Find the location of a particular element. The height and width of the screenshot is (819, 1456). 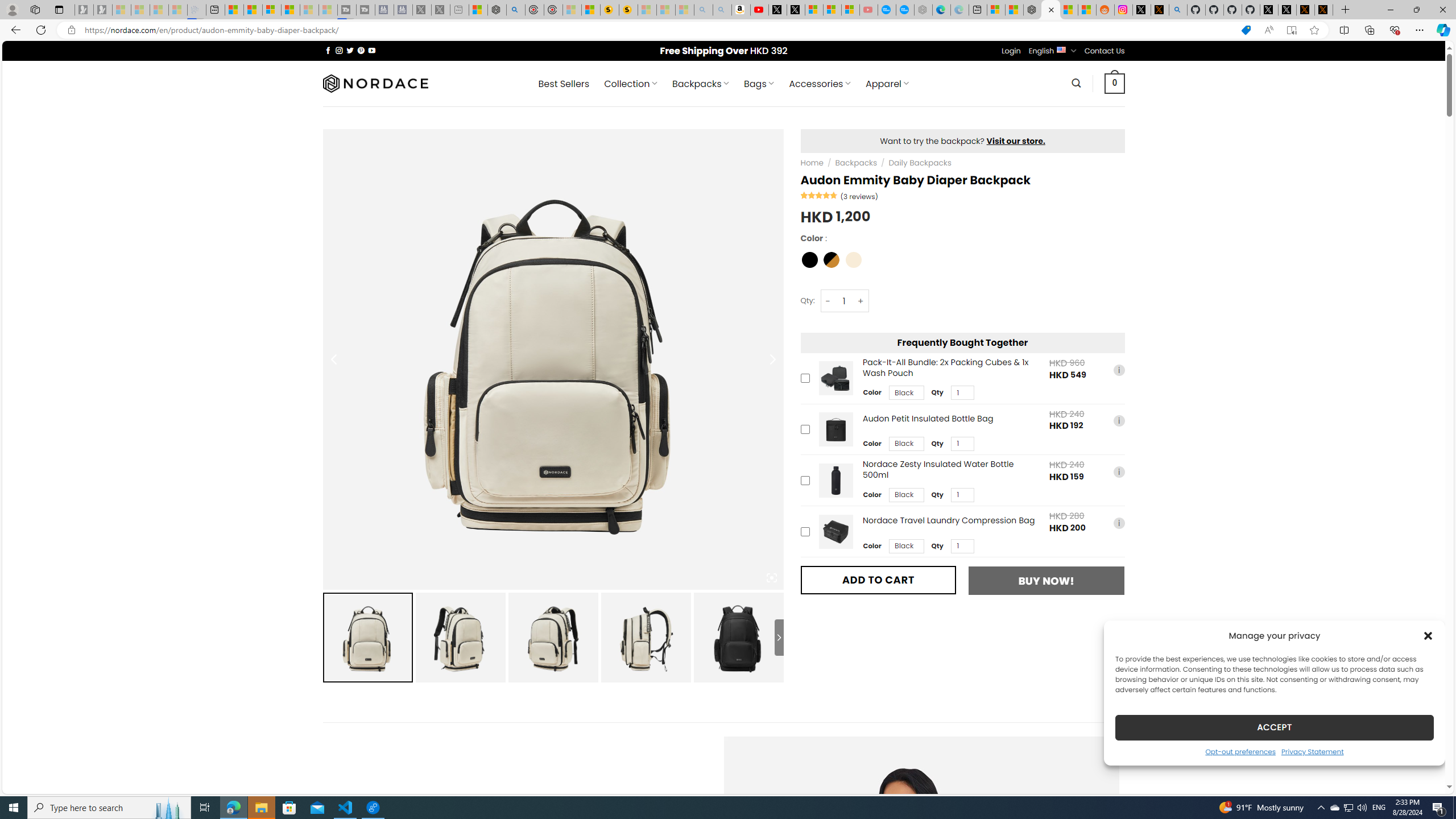

'poe - Search' is located at coordinates (515, 9).